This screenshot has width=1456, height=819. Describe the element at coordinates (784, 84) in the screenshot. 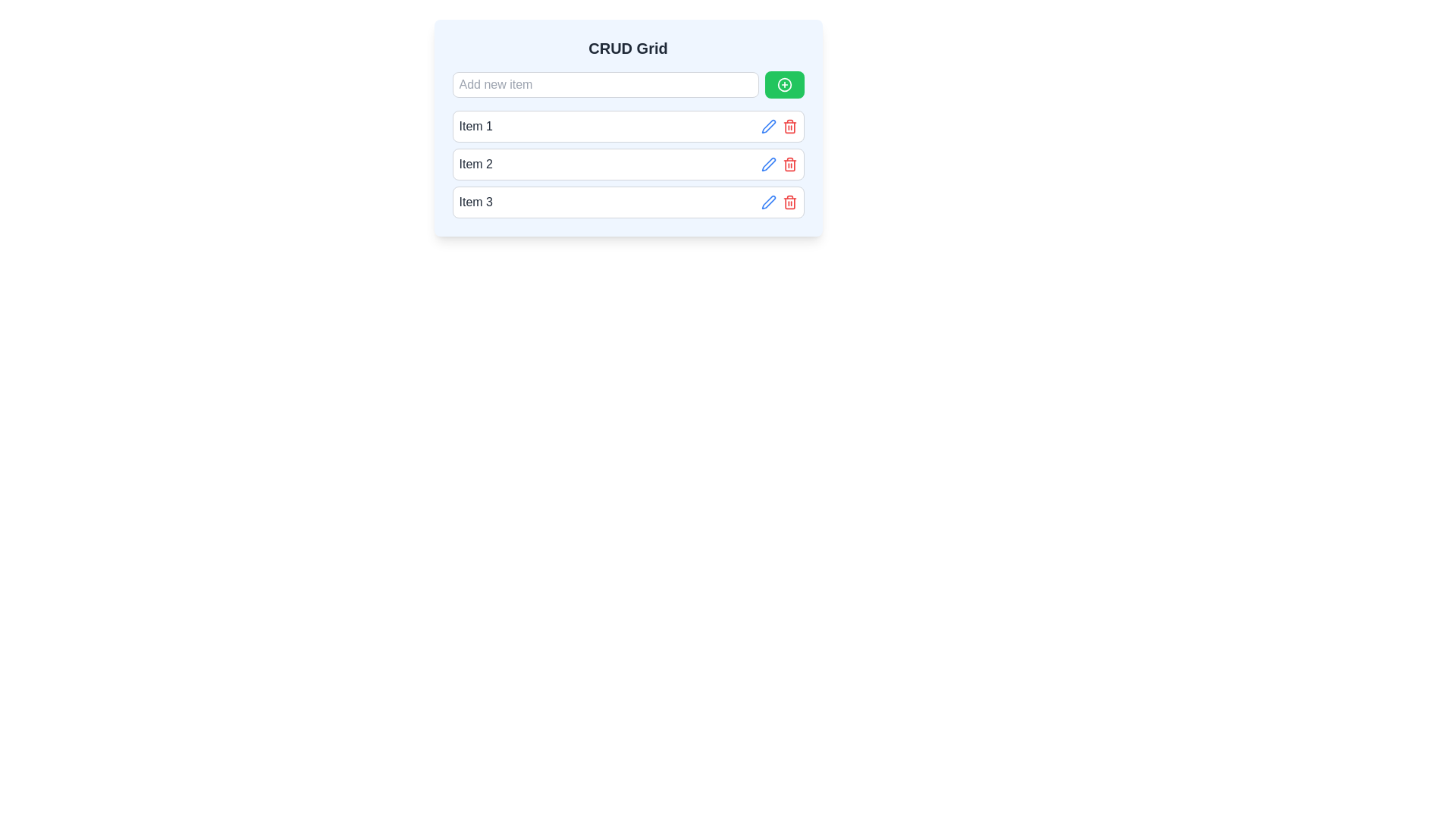

I see `the circular '+' icon embedded within the green button located at the top-right of the 'CRUD Grid' section` at that location.